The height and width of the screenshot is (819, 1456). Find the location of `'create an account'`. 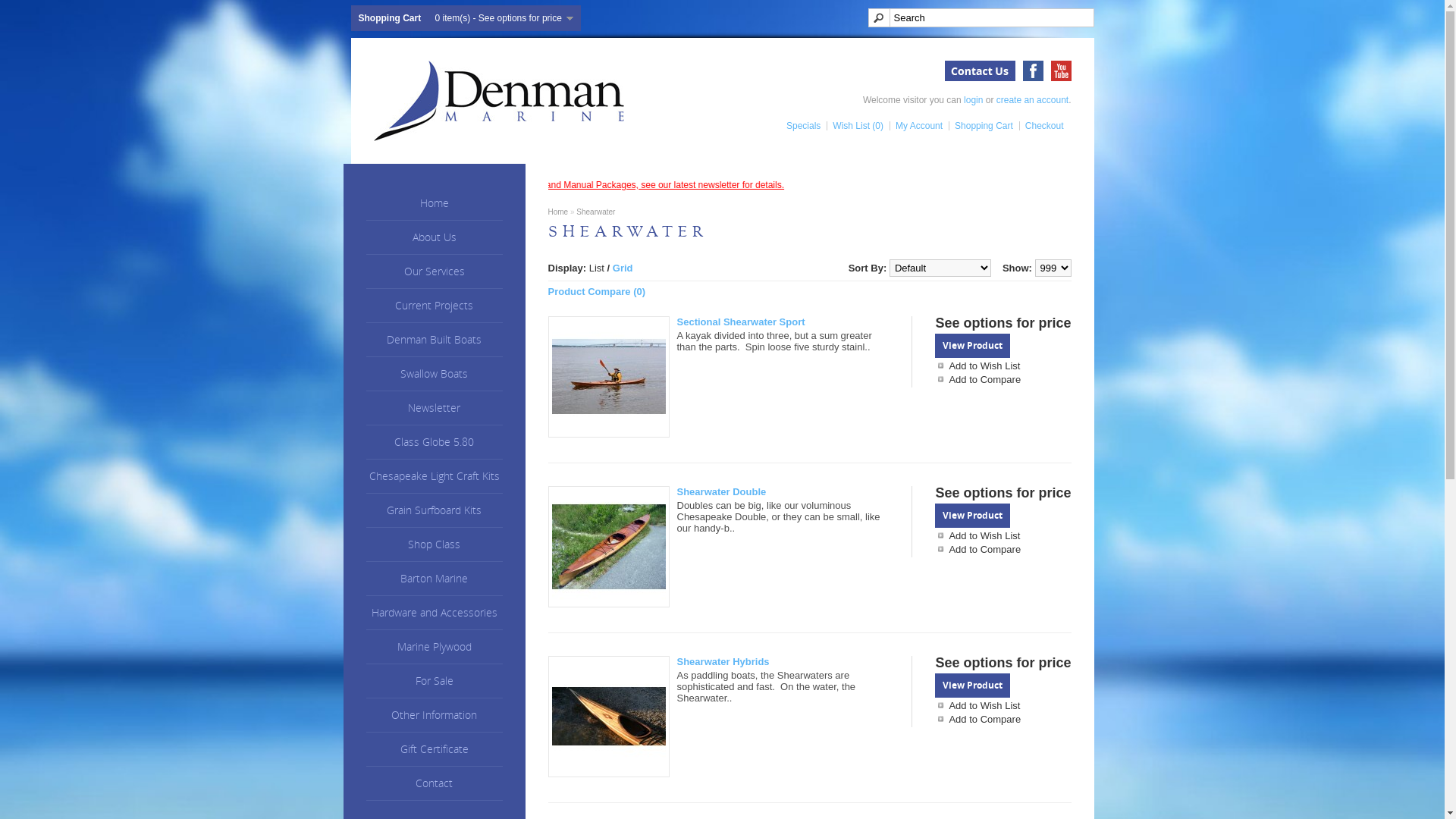

'create an account' is located at coordinates (1031, 99).